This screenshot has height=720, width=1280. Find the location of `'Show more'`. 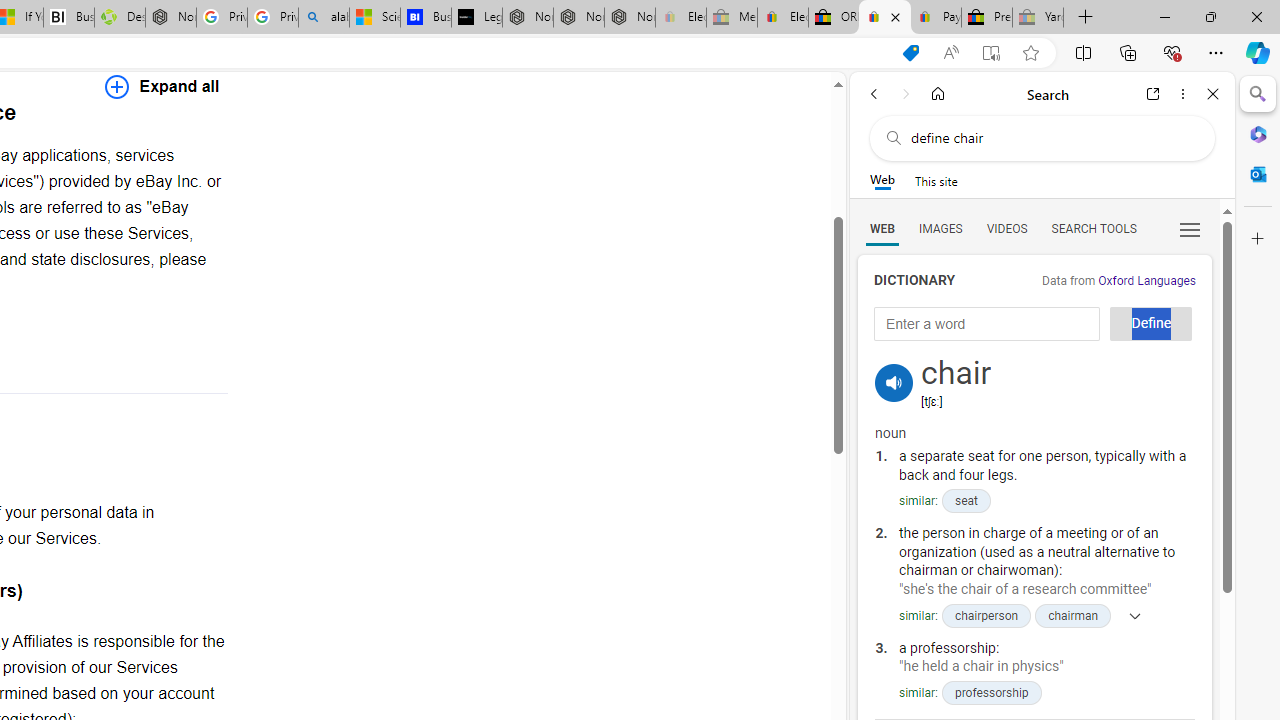

'Show more' is located at coordinates (1129, 614).